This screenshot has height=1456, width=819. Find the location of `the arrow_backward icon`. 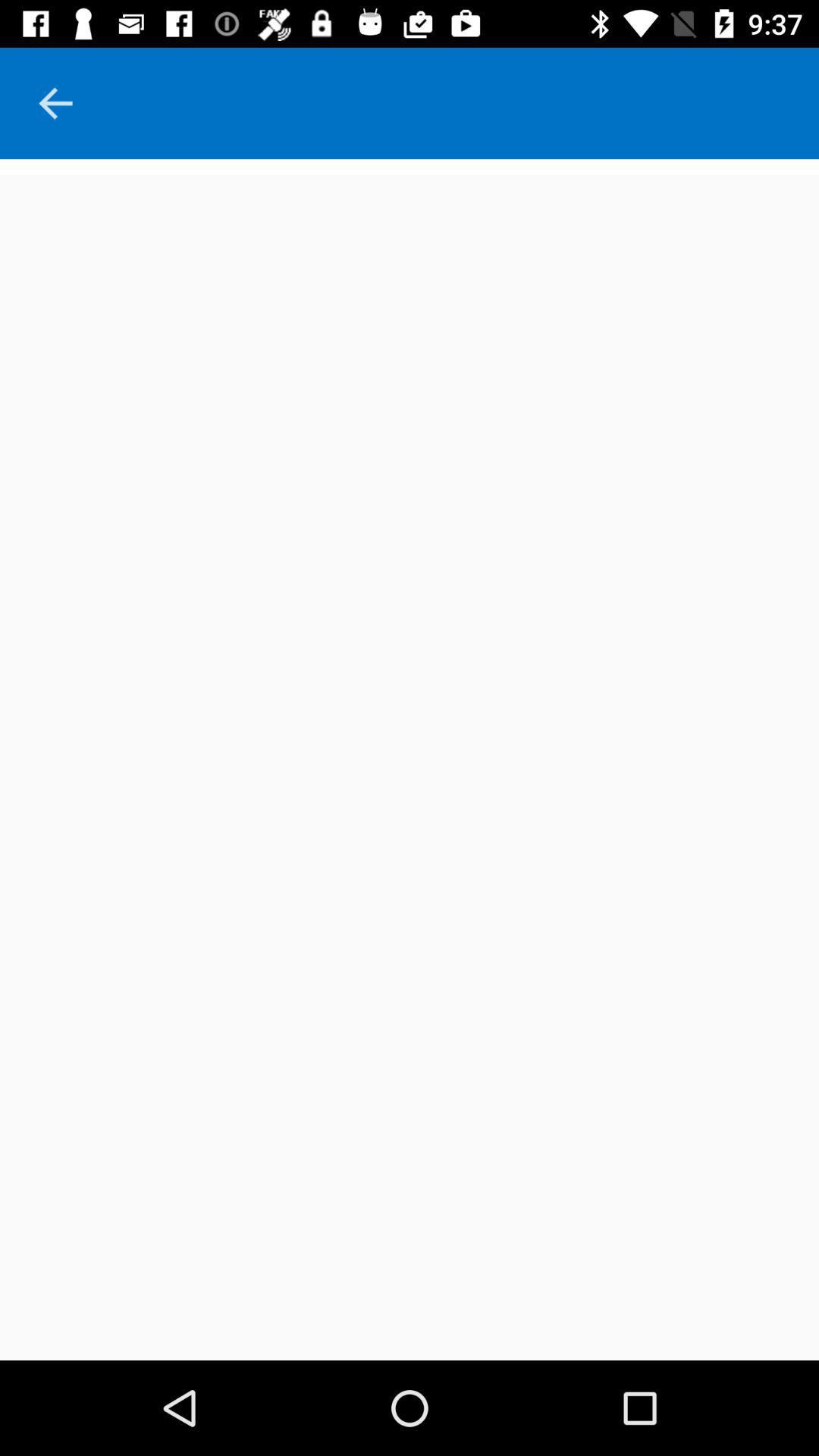

the arrow_backward icon is located at coordinates (55, 102).